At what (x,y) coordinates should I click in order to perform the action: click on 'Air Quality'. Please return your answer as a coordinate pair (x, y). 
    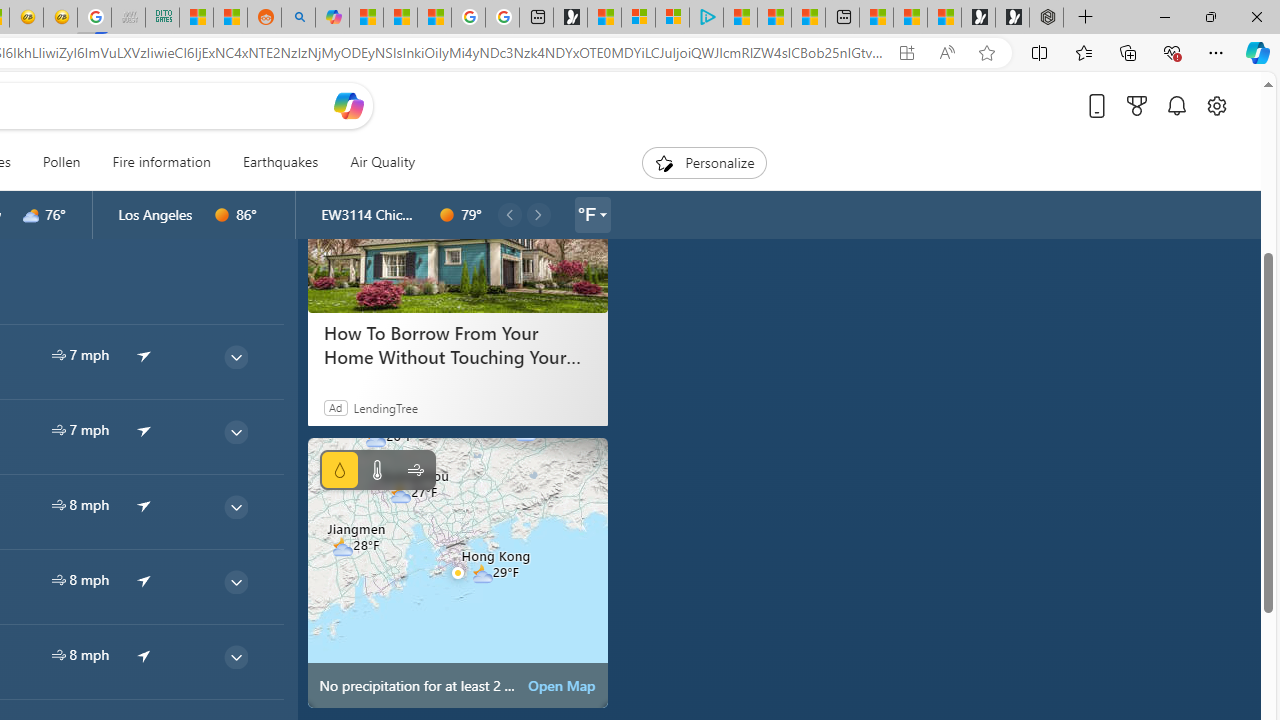
    Looking at the image, I should click on (382, 162).